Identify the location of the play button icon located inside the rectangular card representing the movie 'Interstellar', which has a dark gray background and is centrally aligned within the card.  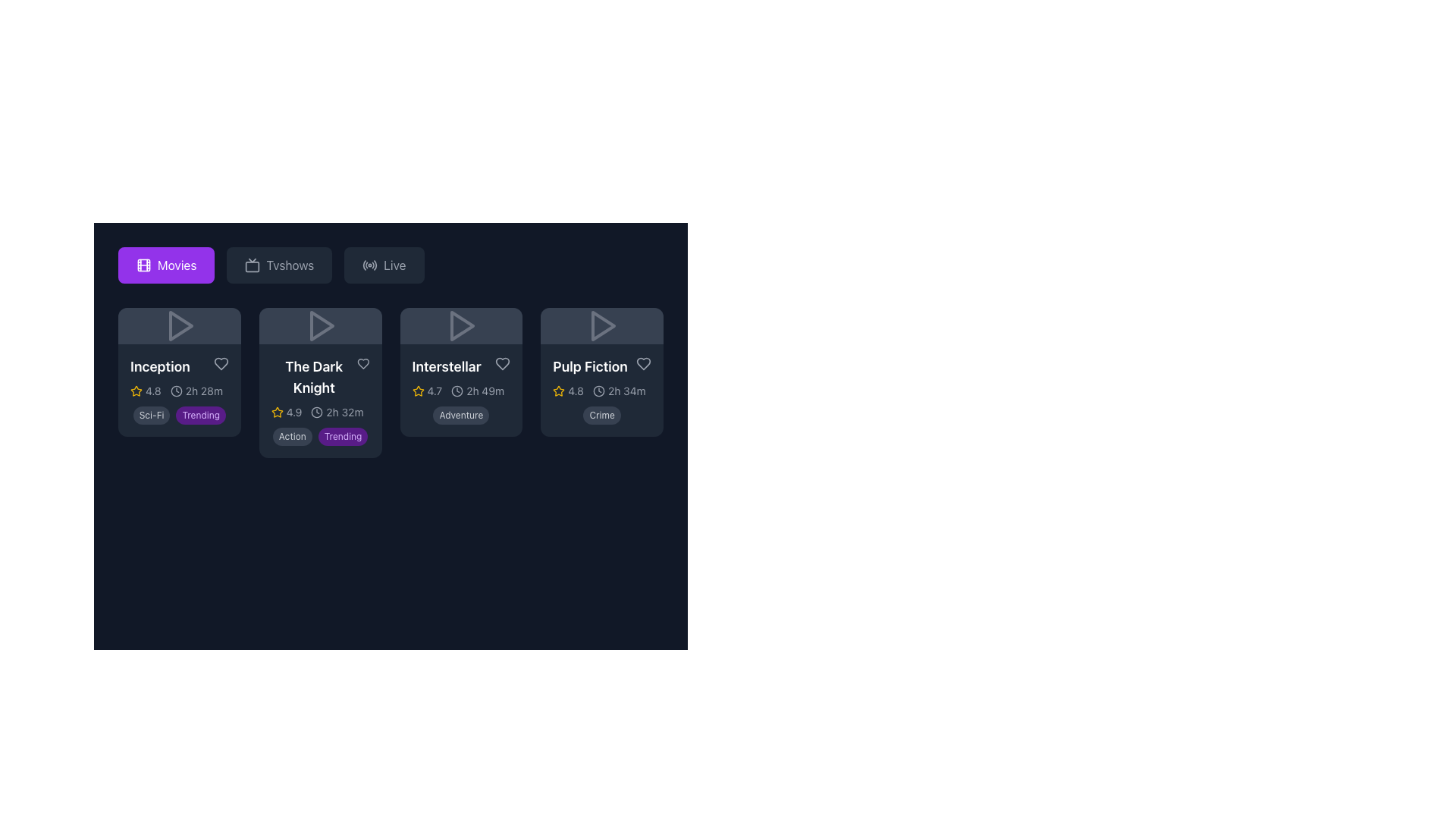
(460, 325).